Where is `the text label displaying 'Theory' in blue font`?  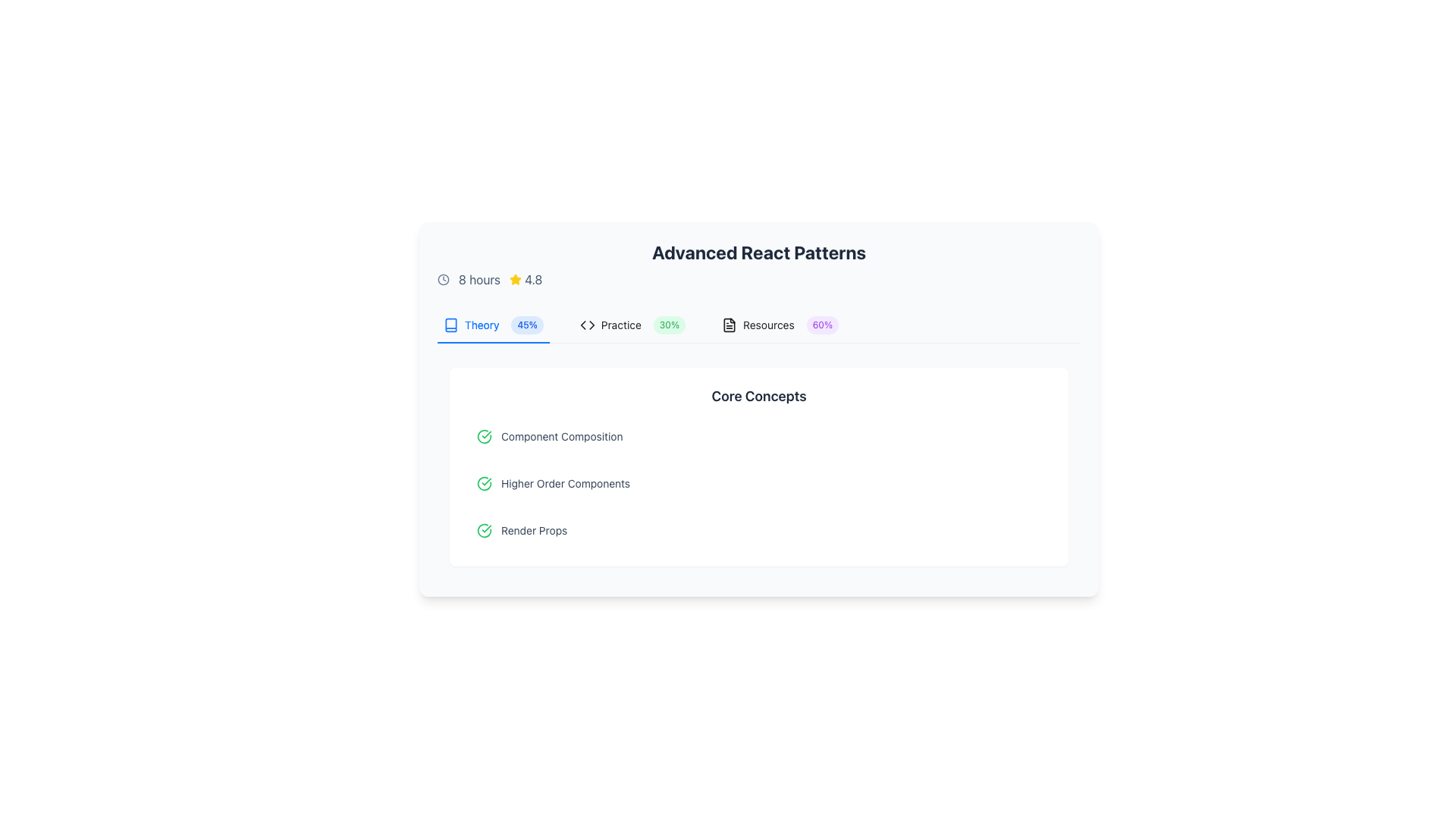 the text label displaying 'Theory' in blue font is located at coordinates (481, 324).